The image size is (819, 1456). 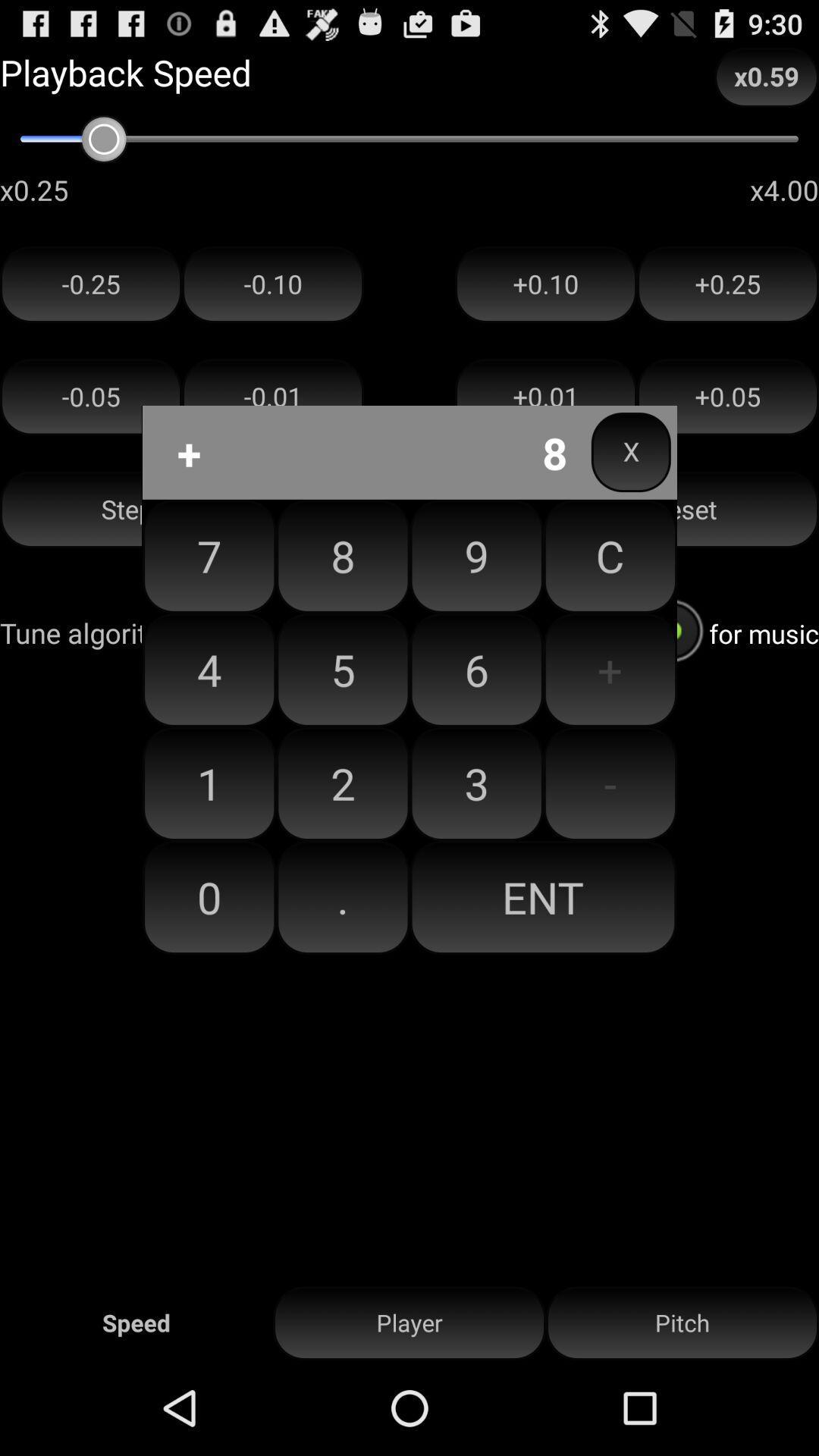 What do you see at coordinates (541, 897) in the screenshot?
I see `ent icon` at bounding box center [541, 897].